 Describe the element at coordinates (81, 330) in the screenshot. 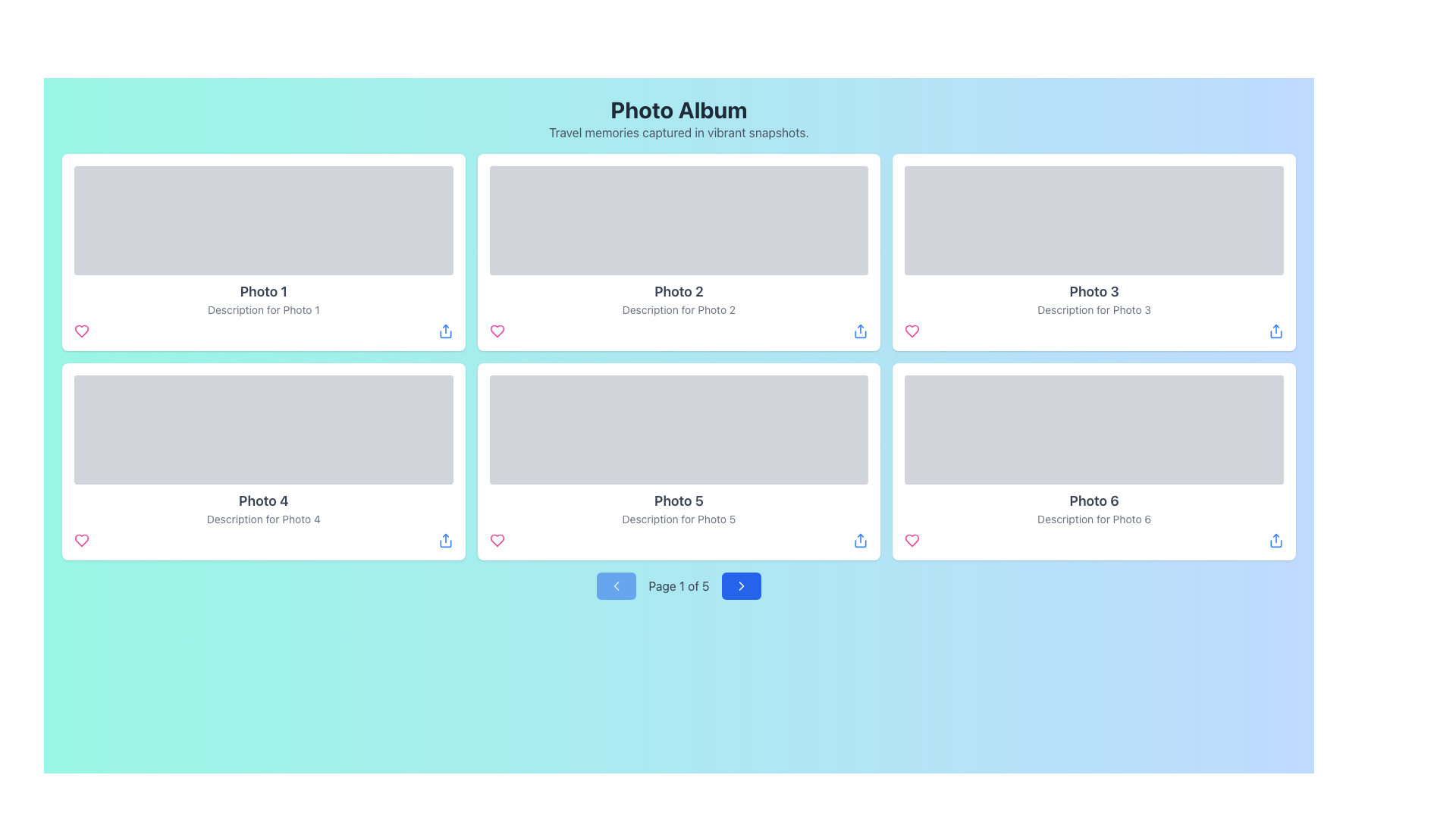

I see `the 'like' icon button located in the bottom bar of the first card in the 'Photo Album' grid layout, representing 'Photo 1', to change its color` at that location.